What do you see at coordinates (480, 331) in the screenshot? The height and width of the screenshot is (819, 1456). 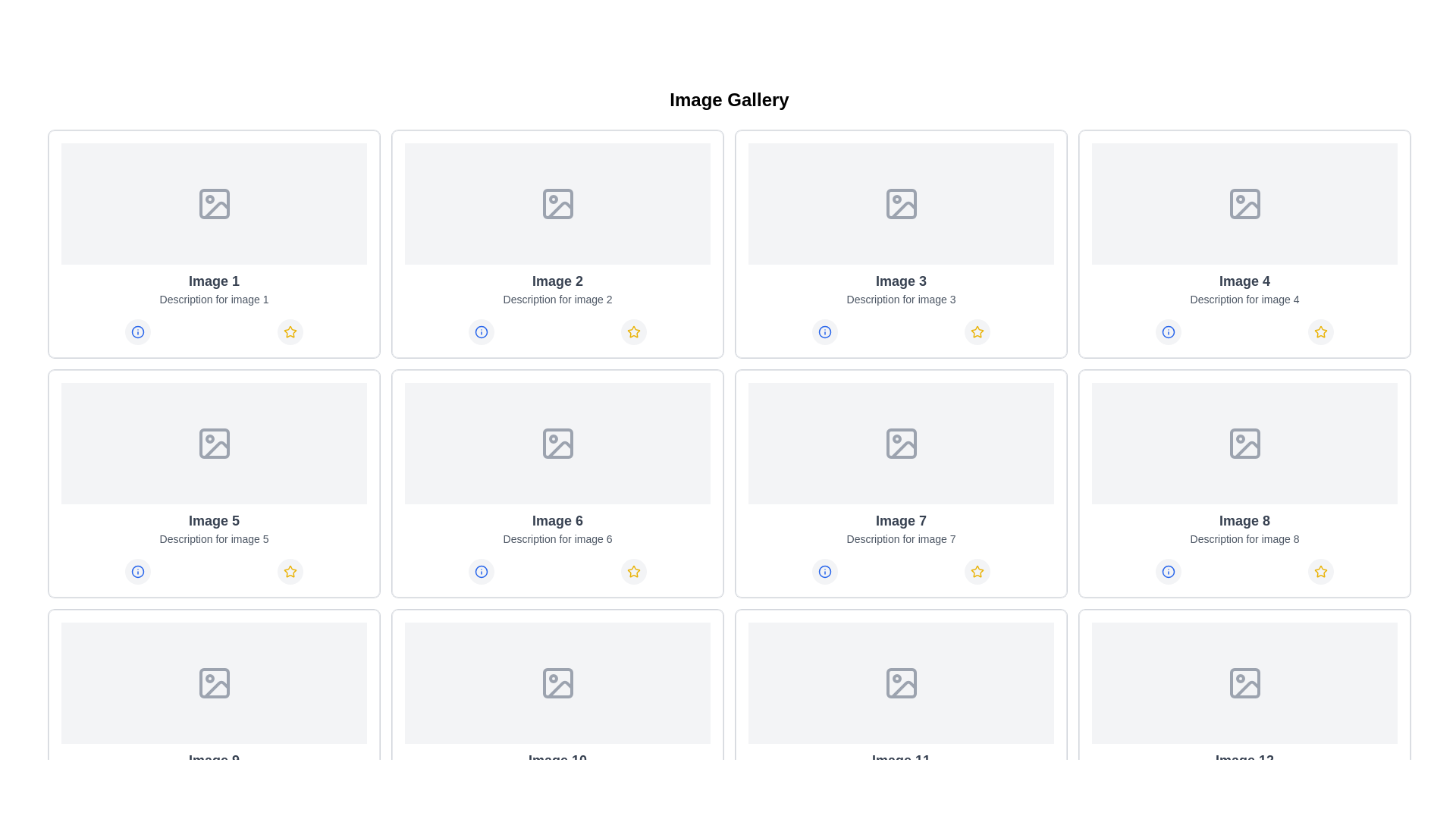 I see `the blue circular icon located under the text 'Image 2'` at bounding box center [480, 331].